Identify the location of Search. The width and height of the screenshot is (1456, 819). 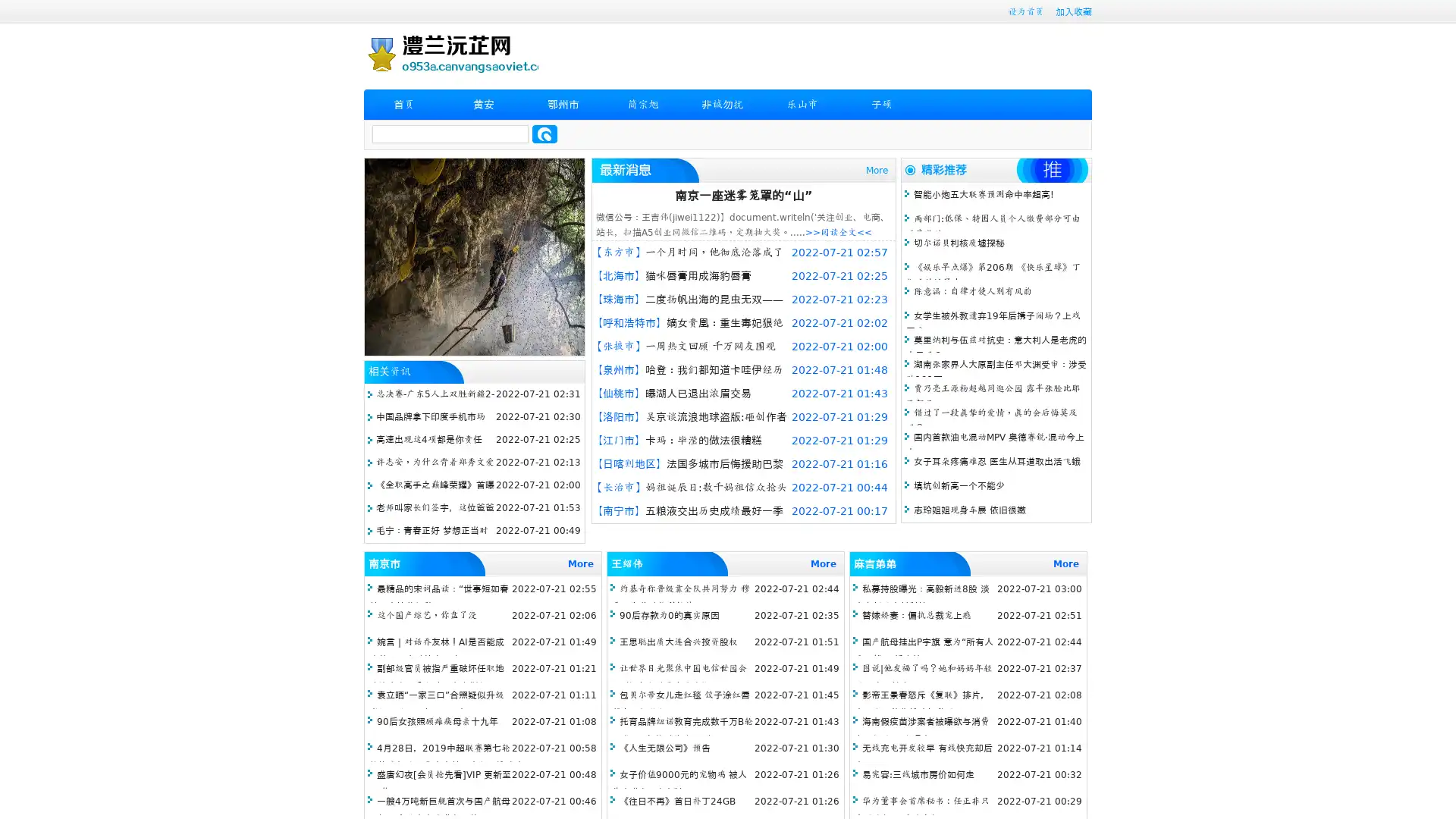
(544, 133).